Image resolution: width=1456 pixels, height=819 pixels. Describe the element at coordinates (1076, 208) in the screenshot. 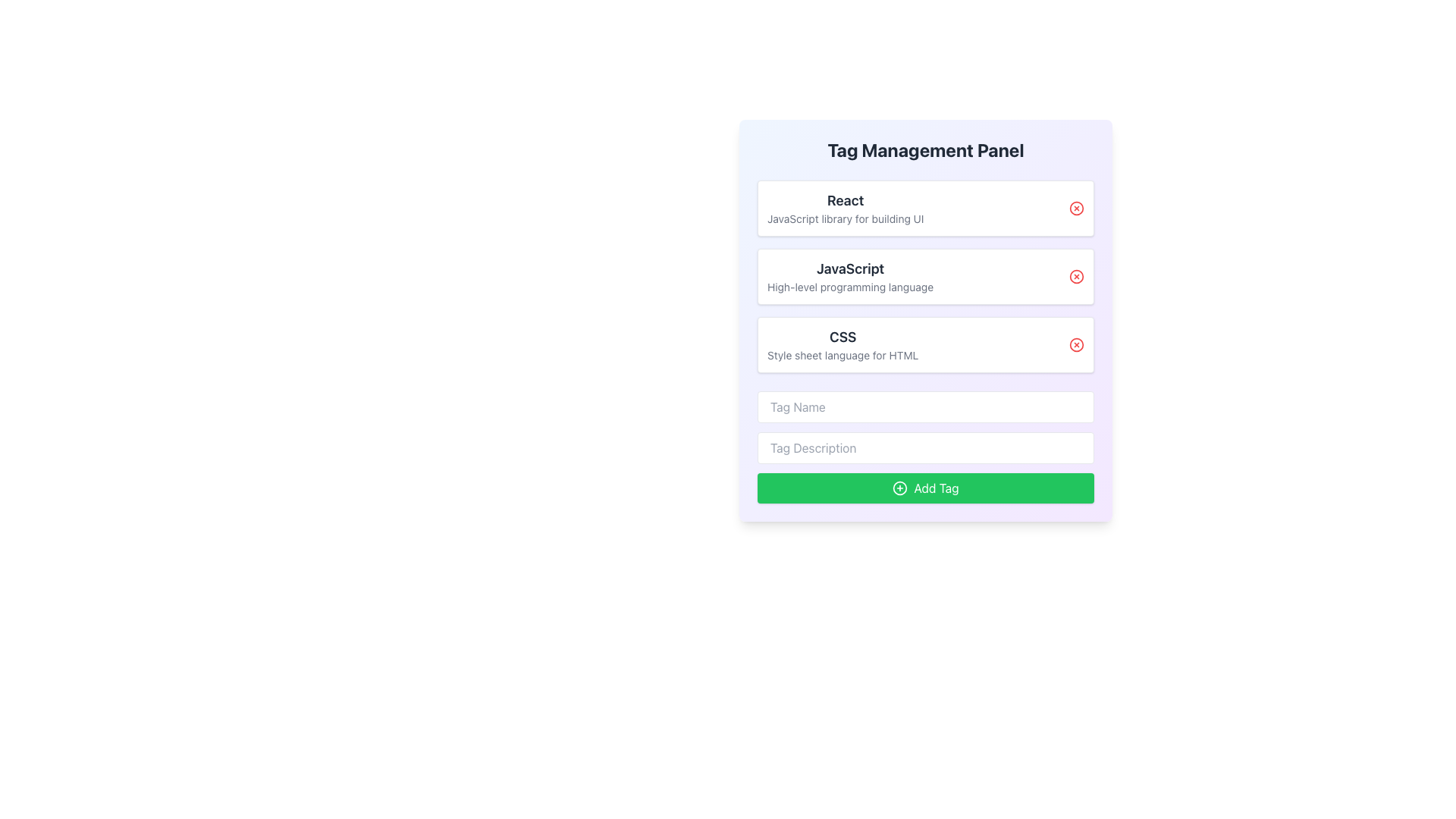

I see `the outer circular boundary of the SVG icon representing the close or cancel action associated with the 'React' tag in the 'Tag Management Panel'` at that location.